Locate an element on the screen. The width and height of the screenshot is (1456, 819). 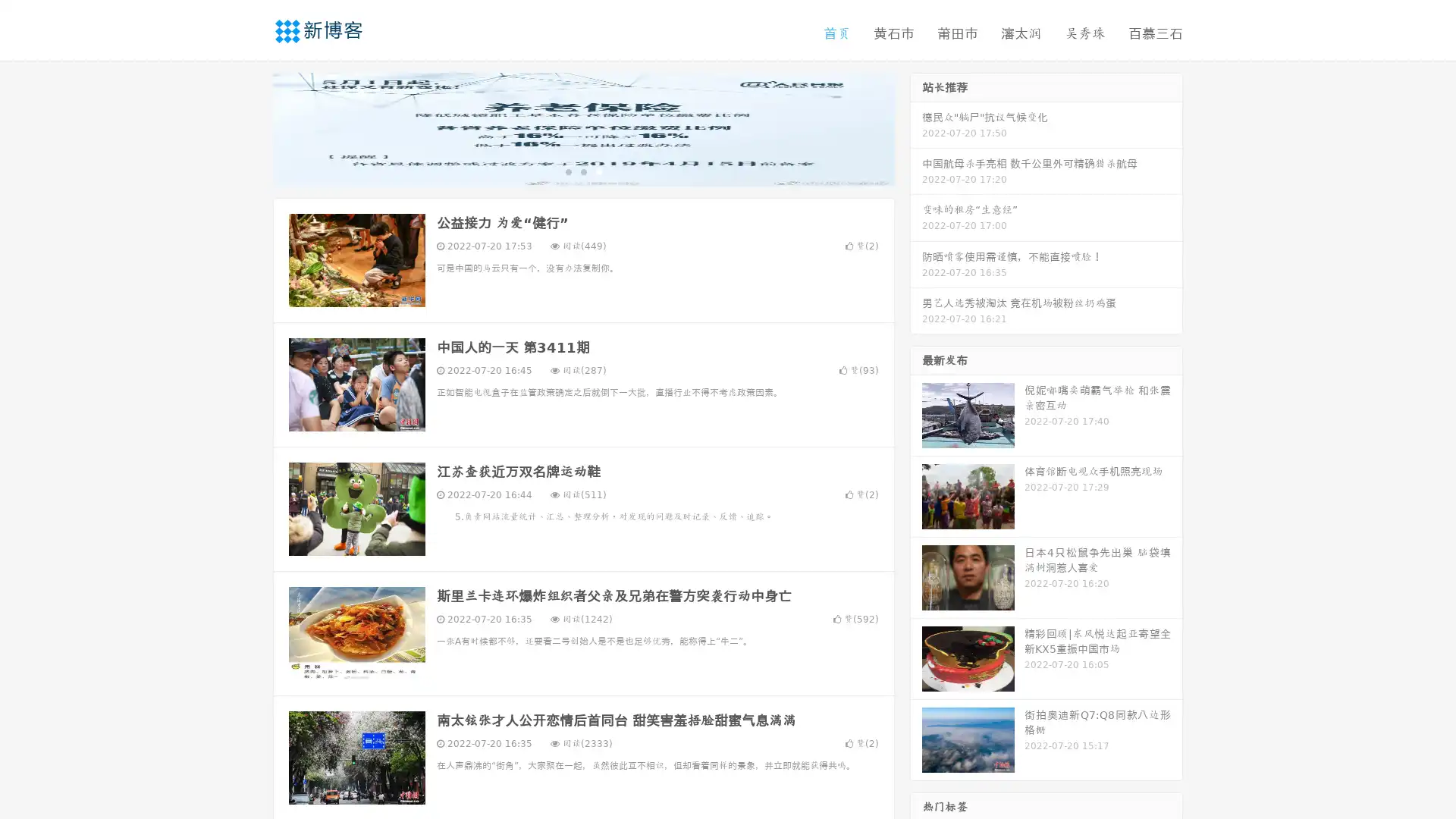
Next slide is located at coordinates (916, 127).